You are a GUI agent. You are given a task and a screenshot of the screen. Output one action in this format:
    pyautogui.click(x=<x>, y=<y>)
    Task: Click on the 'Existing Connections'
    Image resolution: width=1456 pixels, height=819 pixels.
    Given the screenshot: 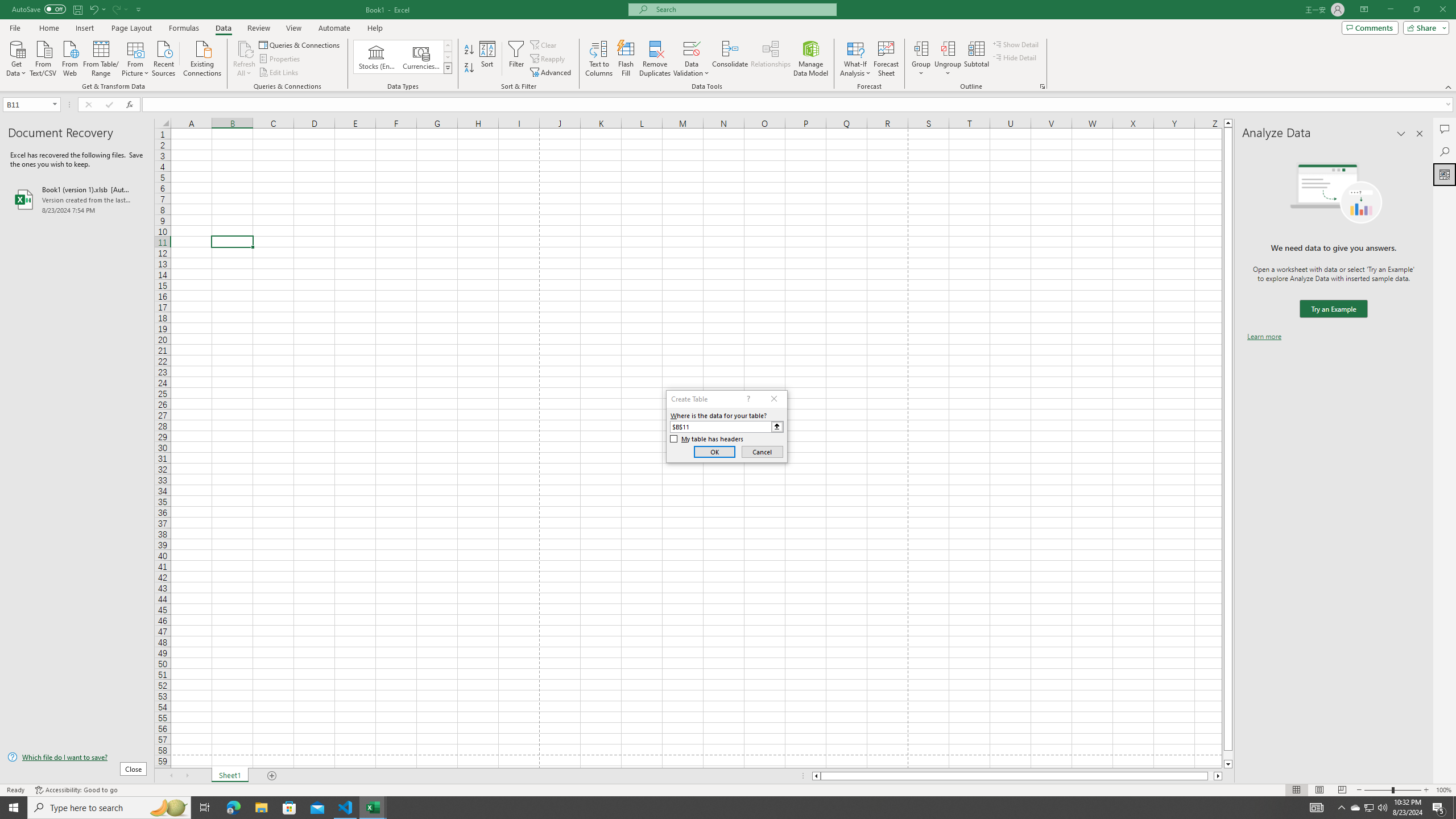 What is the action you would take?
    pyautogui.click(x=201, y=57)
    